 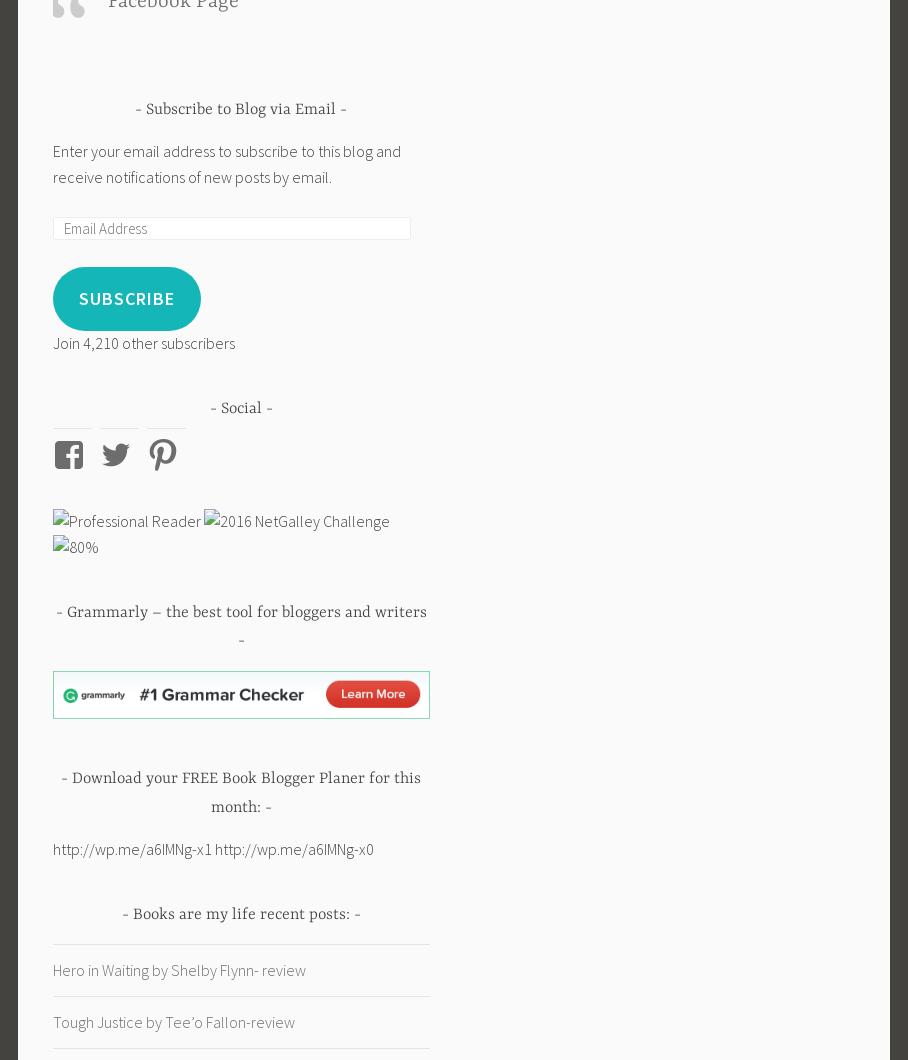 What do you see at coordinates (239, 914) in the screenshot?
I see `'Books are my life recent posts:'` at bounding box center [239, 914].